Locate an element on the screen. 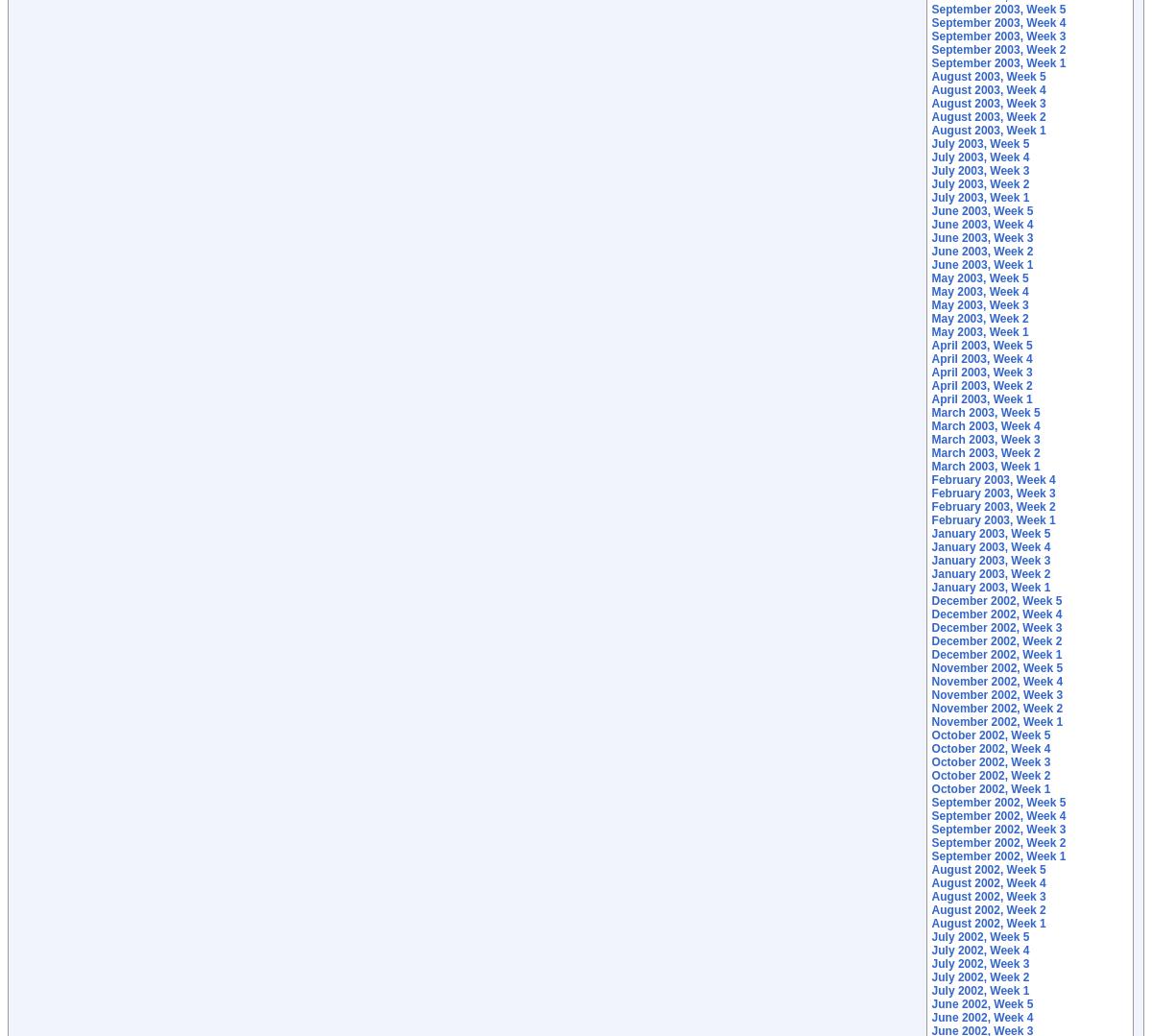 The image size is (1152, 1036). 'May 2003, Week 3' is located at coordinates (979, 303).